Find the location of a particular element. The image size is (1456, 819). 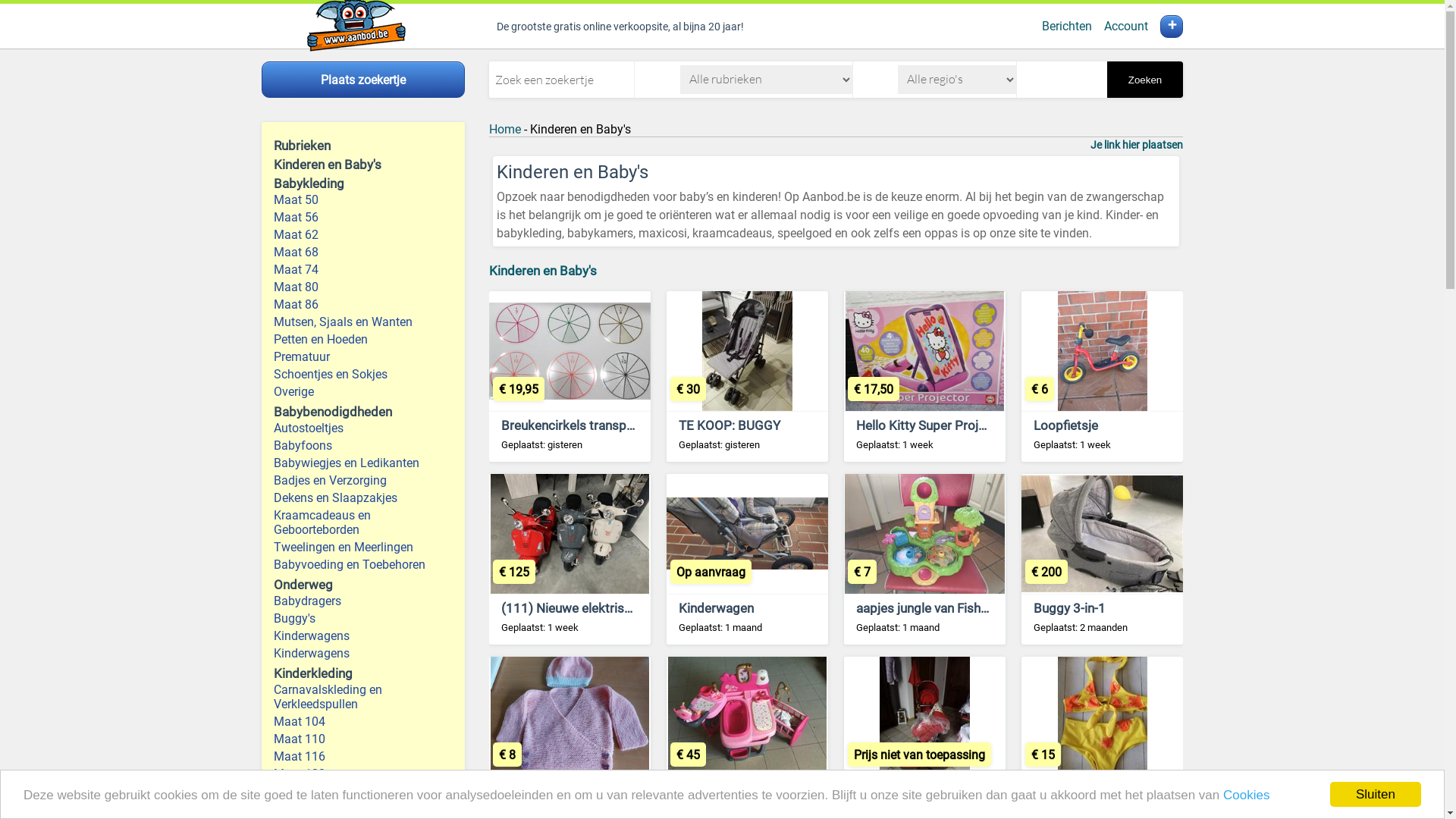

'Babywiegjes en Ledikanten' is located at coordinates (362, 462).